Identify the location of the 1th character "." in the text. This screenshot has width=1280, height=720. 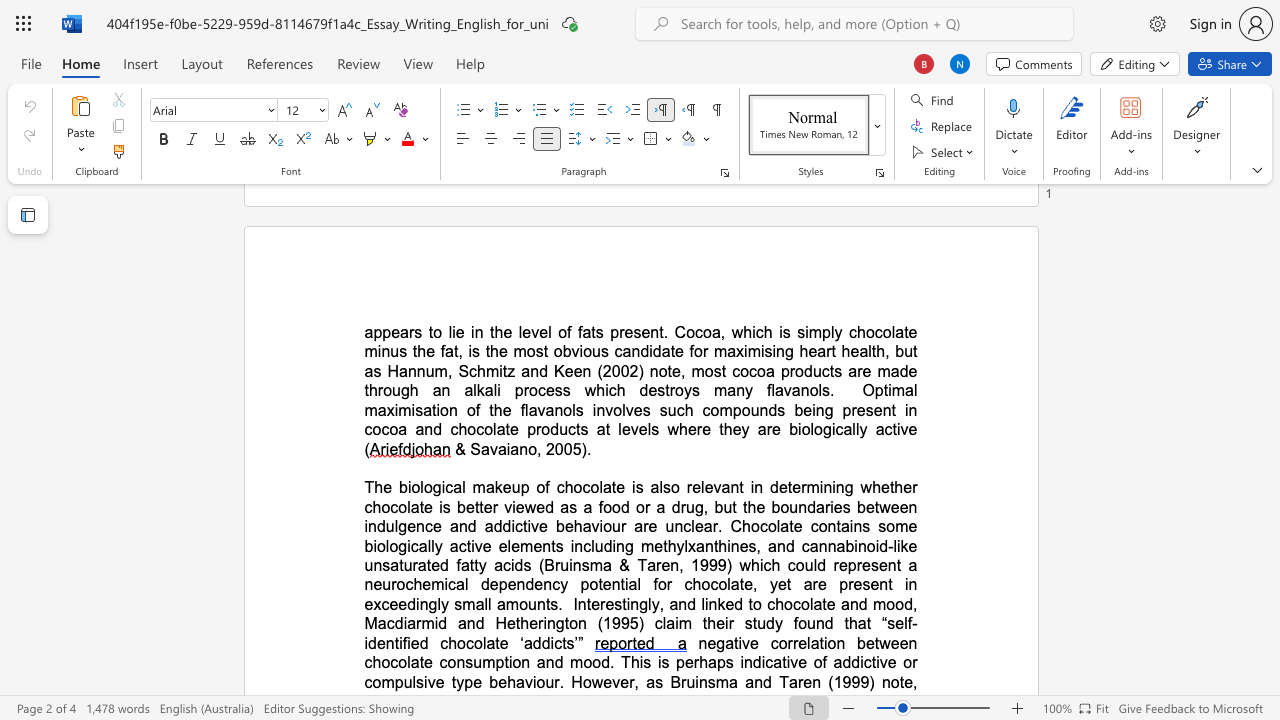
(588, 448).